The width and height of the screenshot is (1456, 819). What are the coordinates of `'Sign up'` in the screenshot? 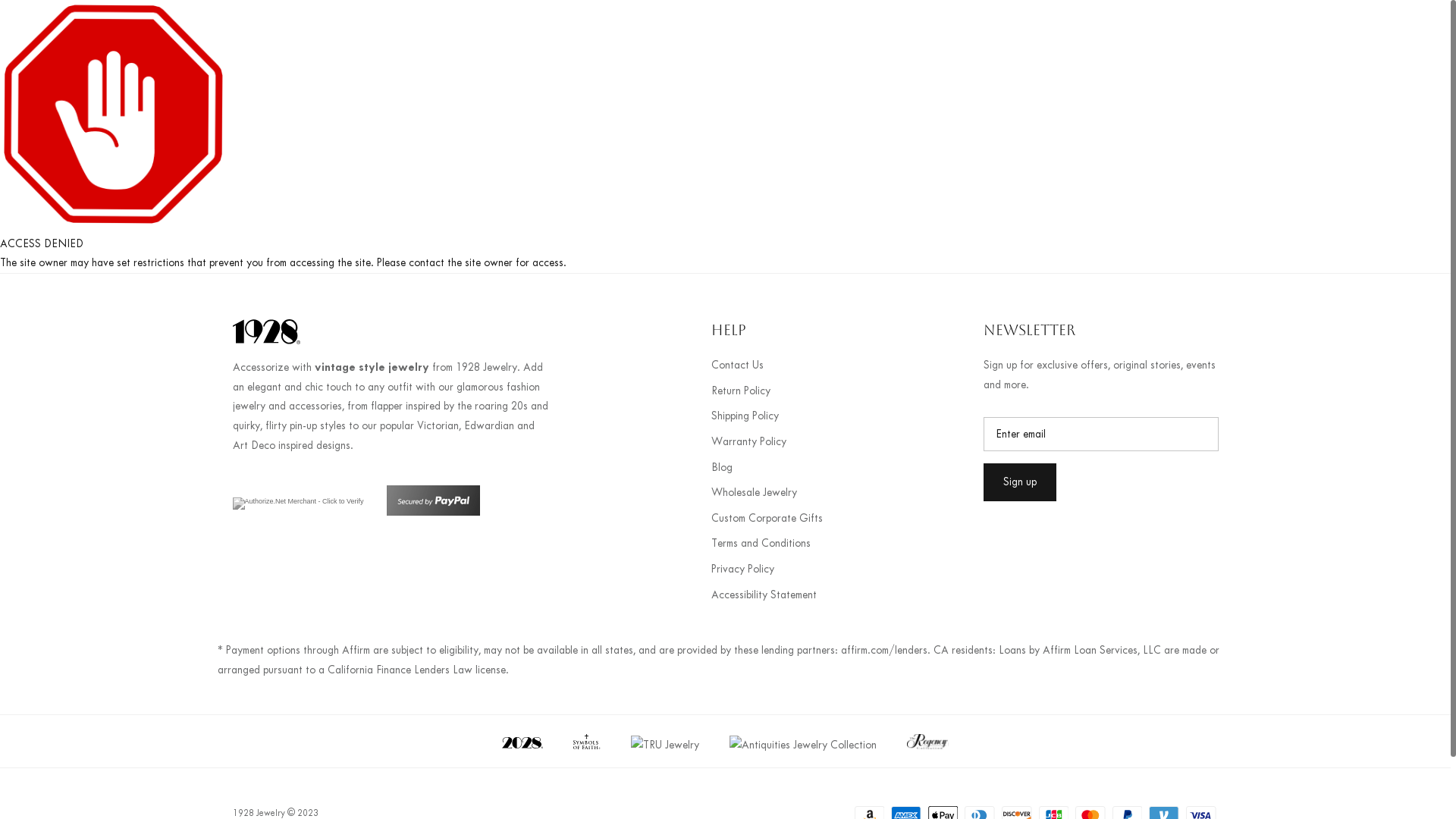 It's located at (1019, 482).